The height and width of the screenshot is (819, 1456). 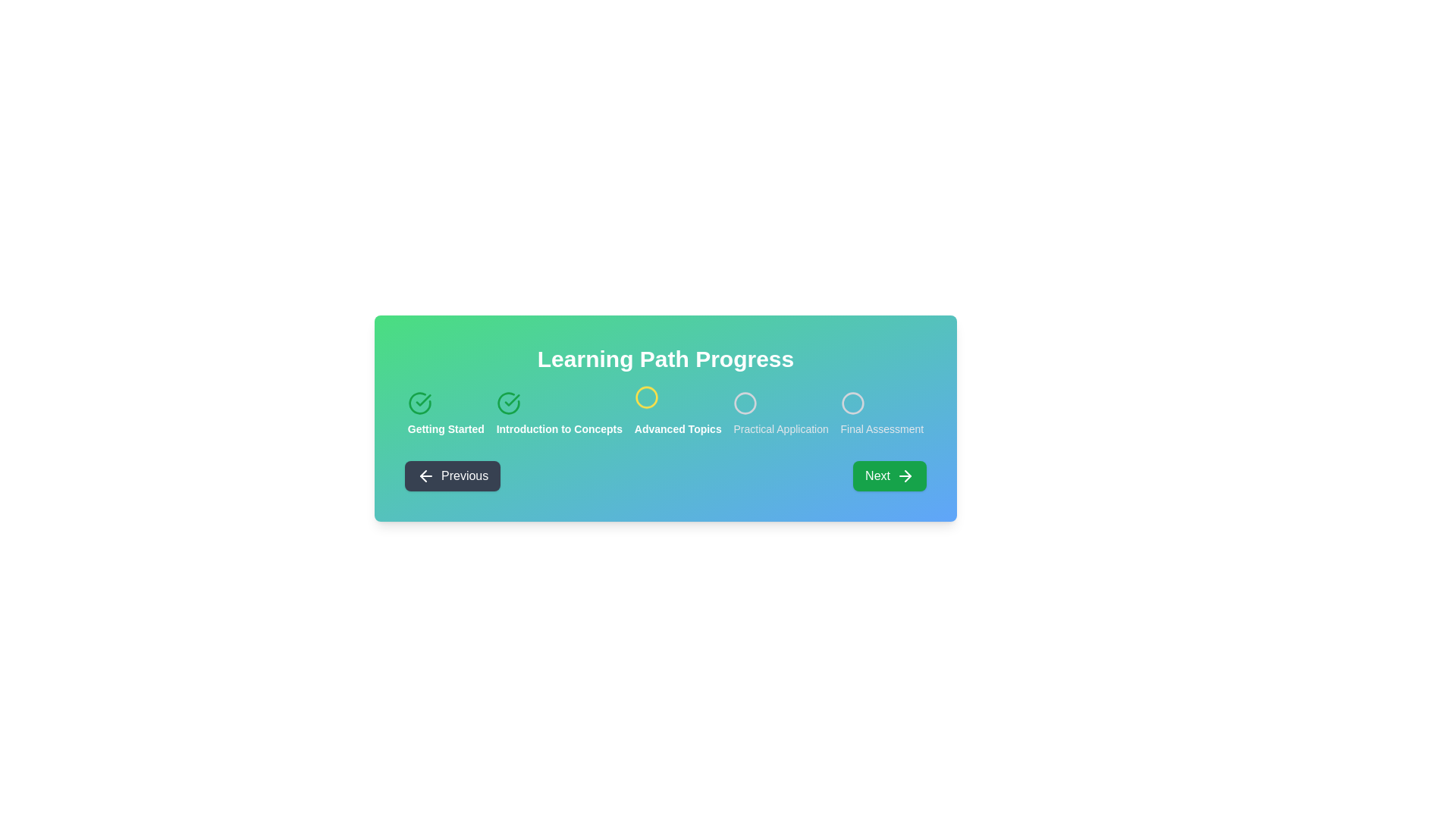 What do you see at coordinates (558, 429) in the screenshot?
I see `text label that says 'Introduction to Concepts', which is part of a progress tracker and is located between 'Getting Started' and 'Advanced Topics'` at bounding box center [558, 429].